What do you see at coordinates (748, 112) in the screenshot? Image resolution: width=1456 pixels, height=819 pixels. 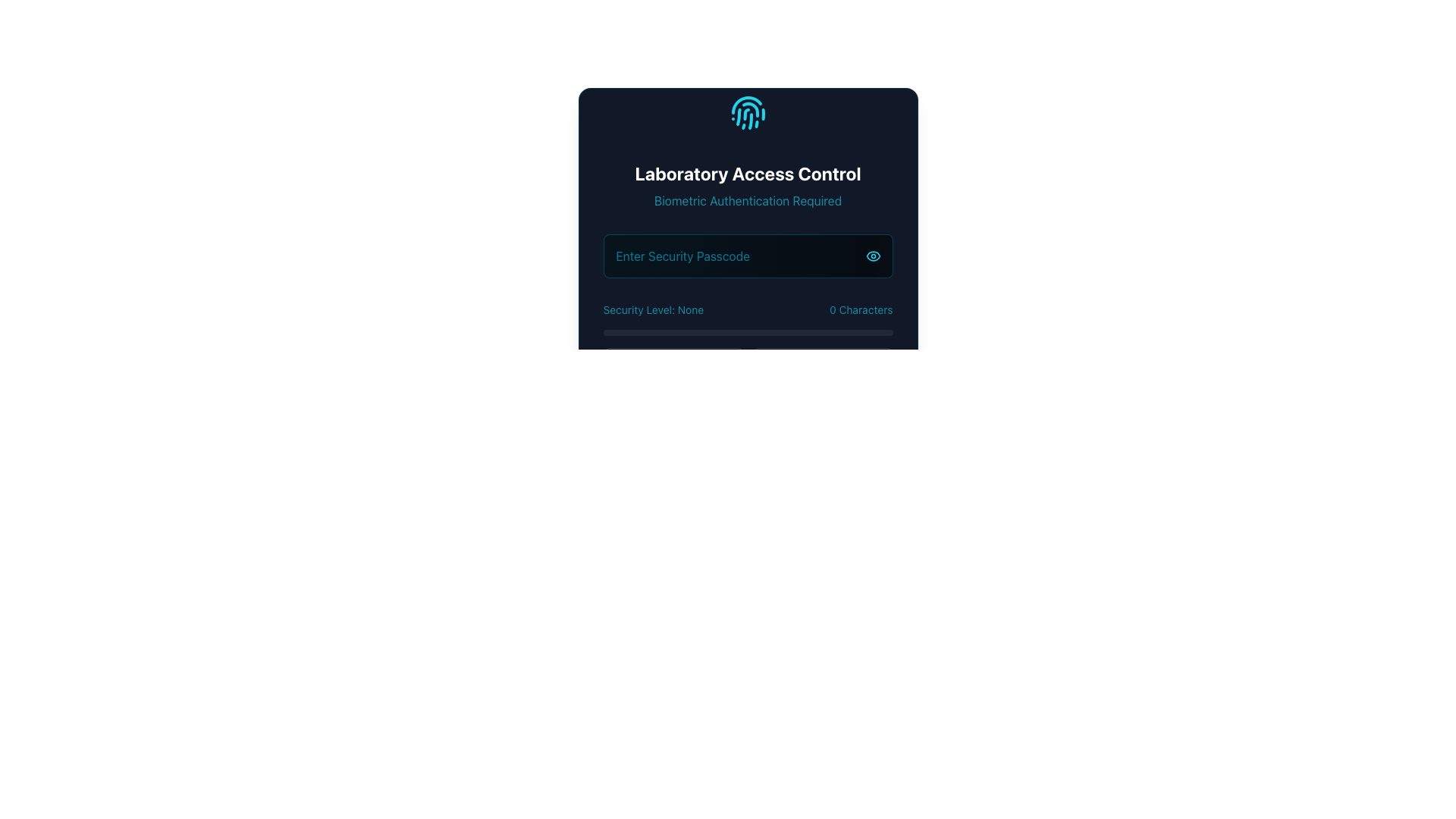 I see `the biometric authentication icon located at the top-center of the main interface, directly above the 'Laboratory Access Control' text` at bounding box center [748, 112].